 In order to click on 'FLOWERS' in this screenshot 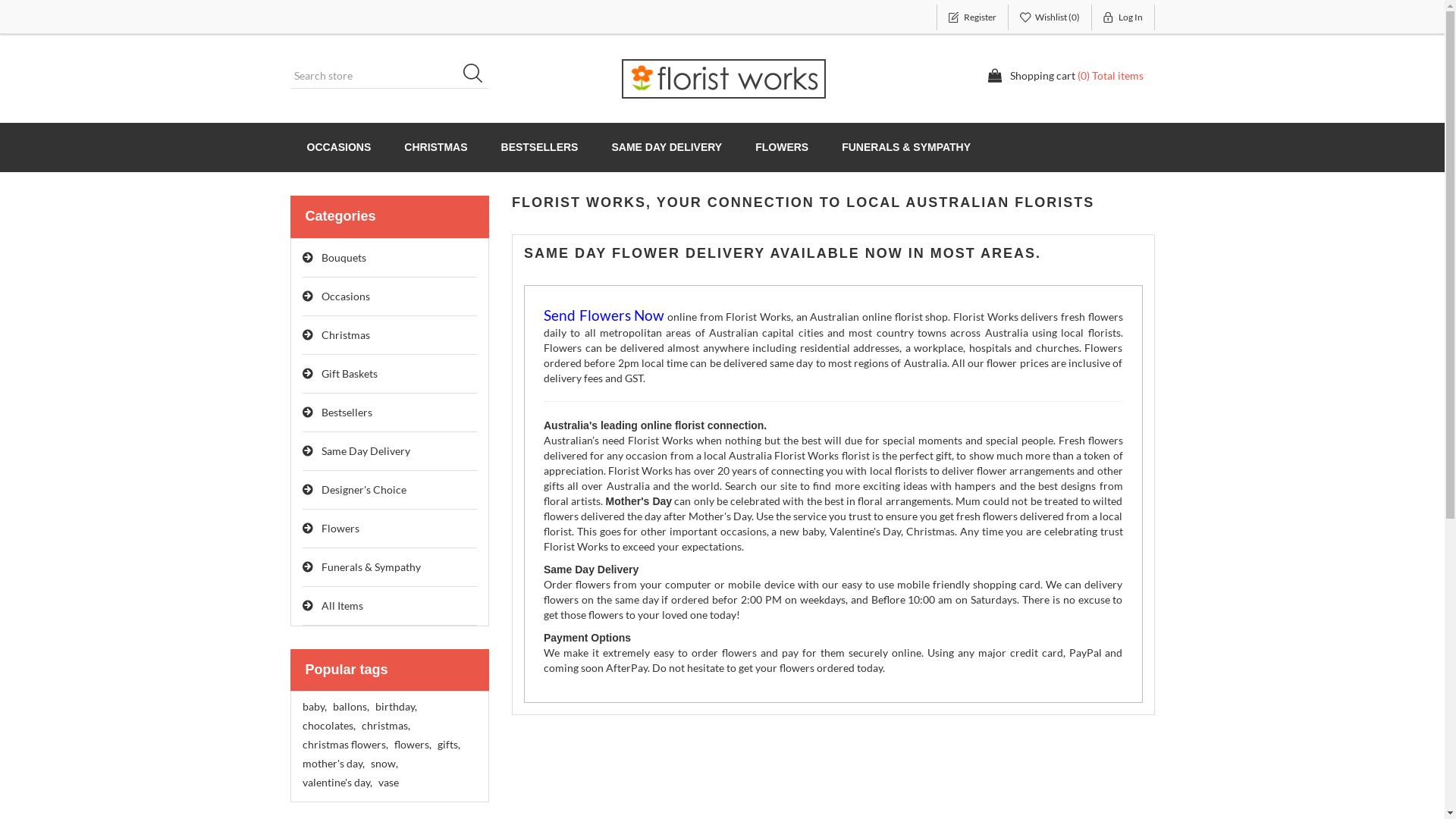, I will do `click(739, 147)`.